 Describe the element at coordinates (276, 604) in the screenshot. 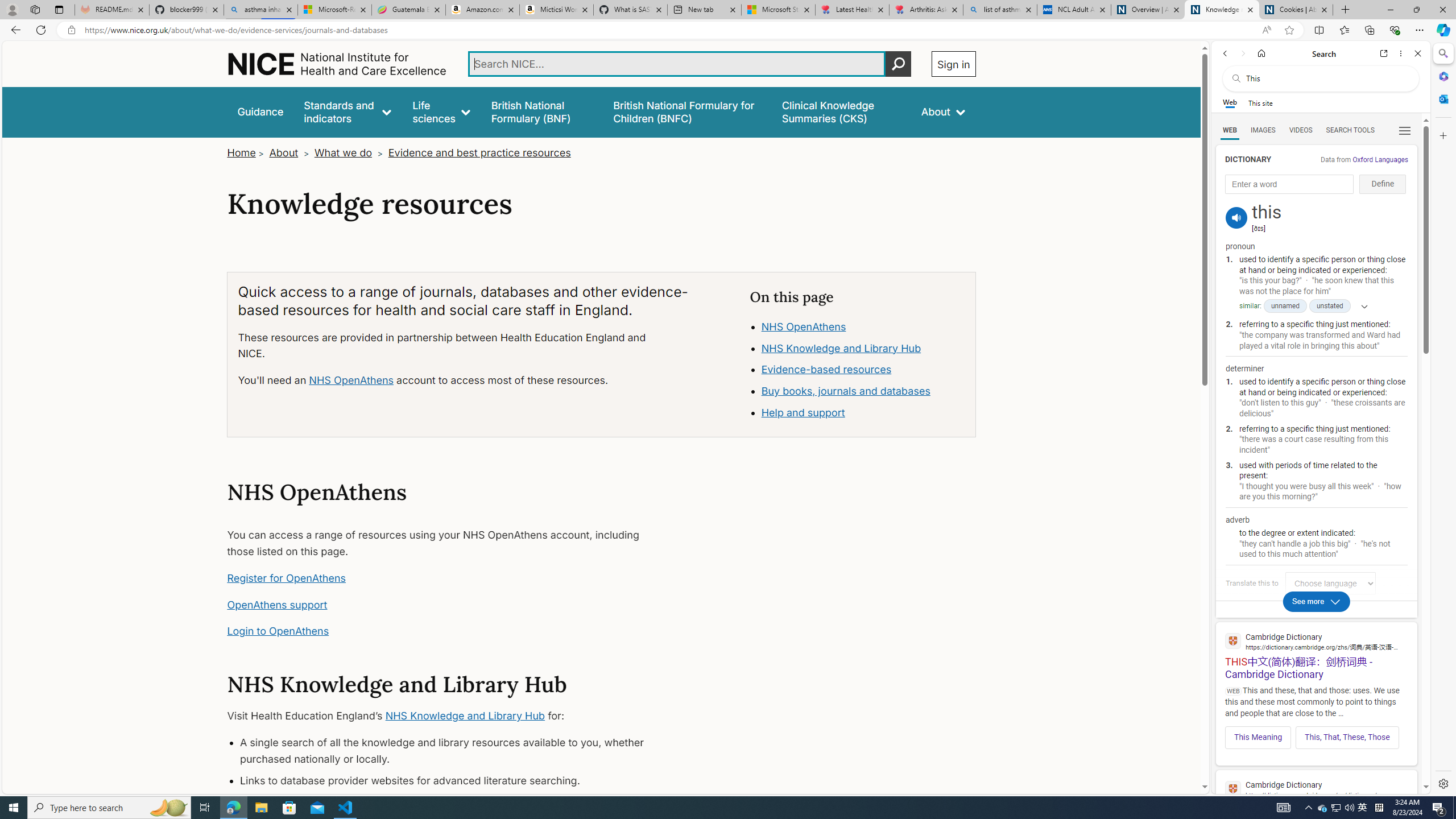

I see `'OpenAthens support'` at that location.